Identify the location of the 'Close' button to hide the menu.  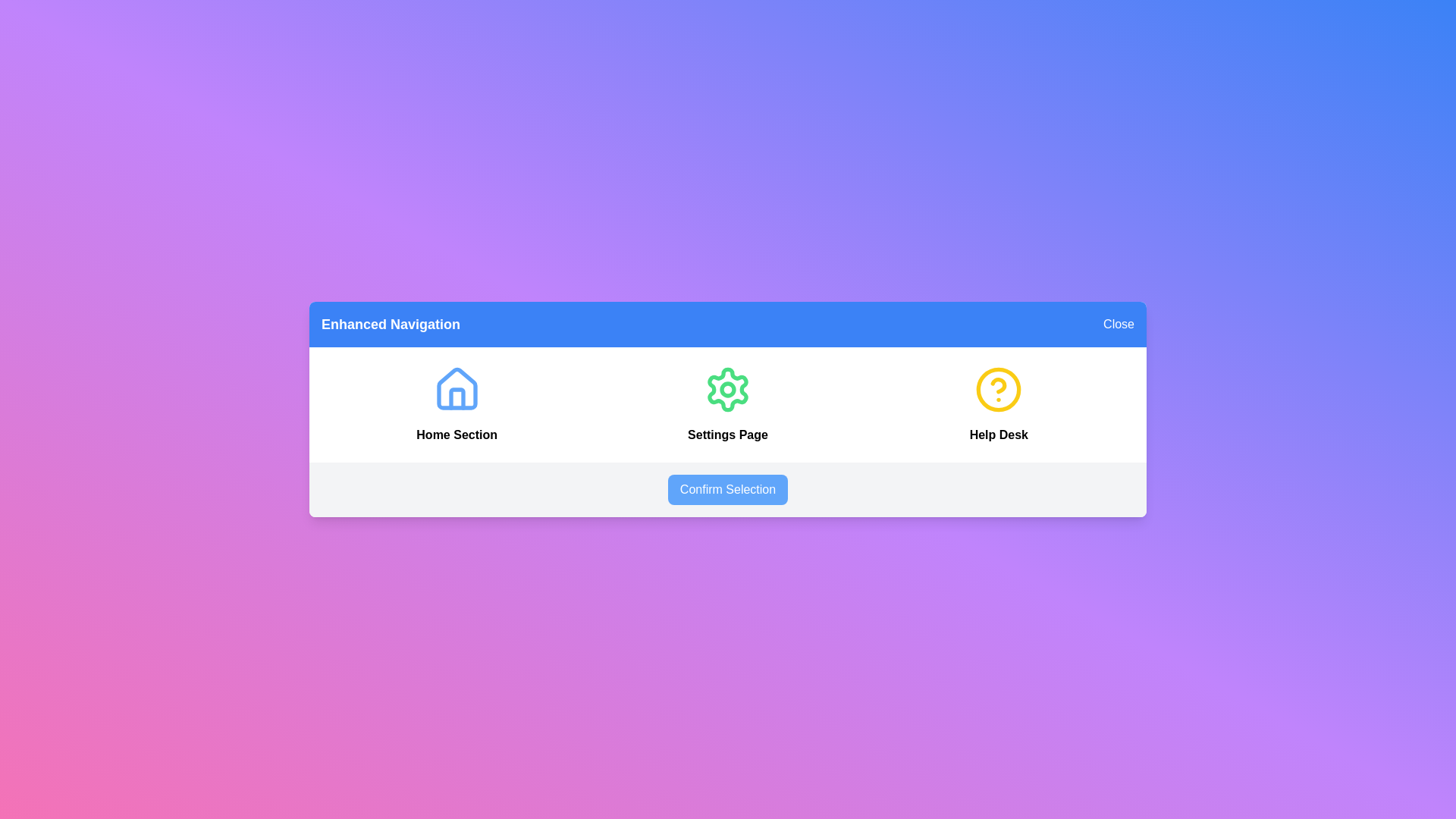
(1118, 324).